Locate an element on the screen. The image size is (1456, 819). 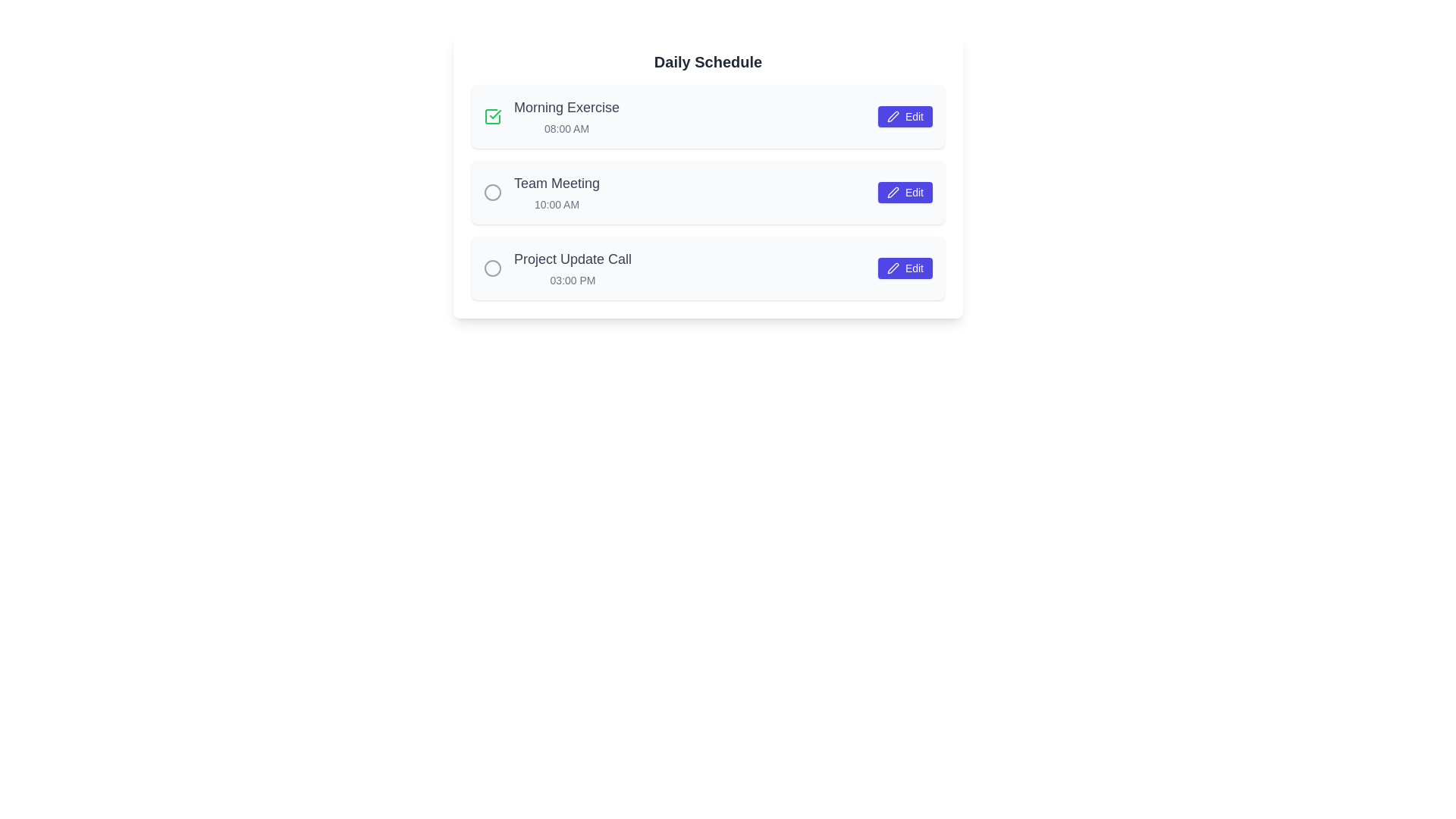
the small pencil icon that is part of the 'Edit' button aligned with the text 'Edit' in the third schedule entry labeled 'Project Update Call' is located at coordinates (893, 268).